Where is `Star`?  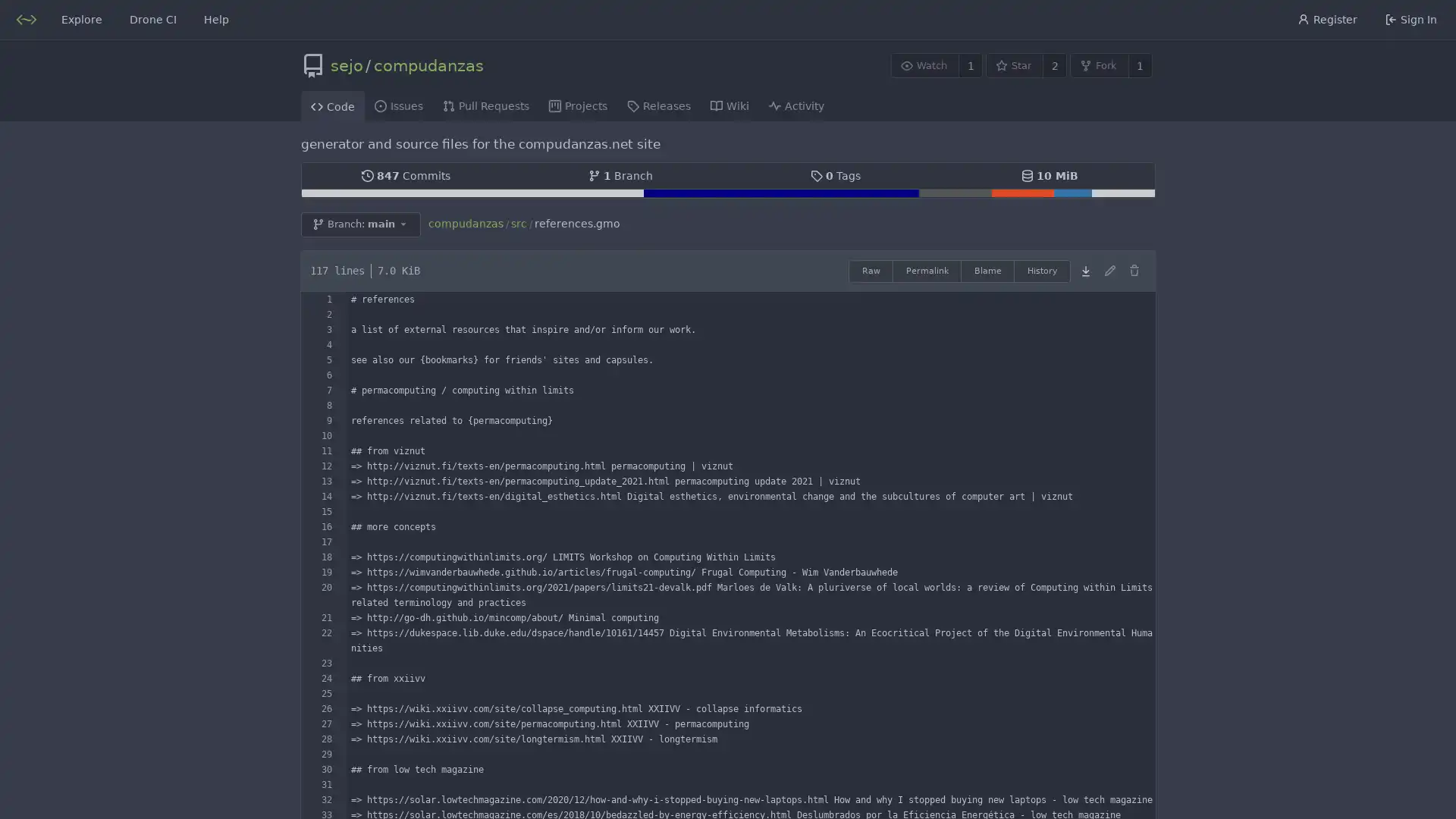
Star is located at coordinates (1014, 64).